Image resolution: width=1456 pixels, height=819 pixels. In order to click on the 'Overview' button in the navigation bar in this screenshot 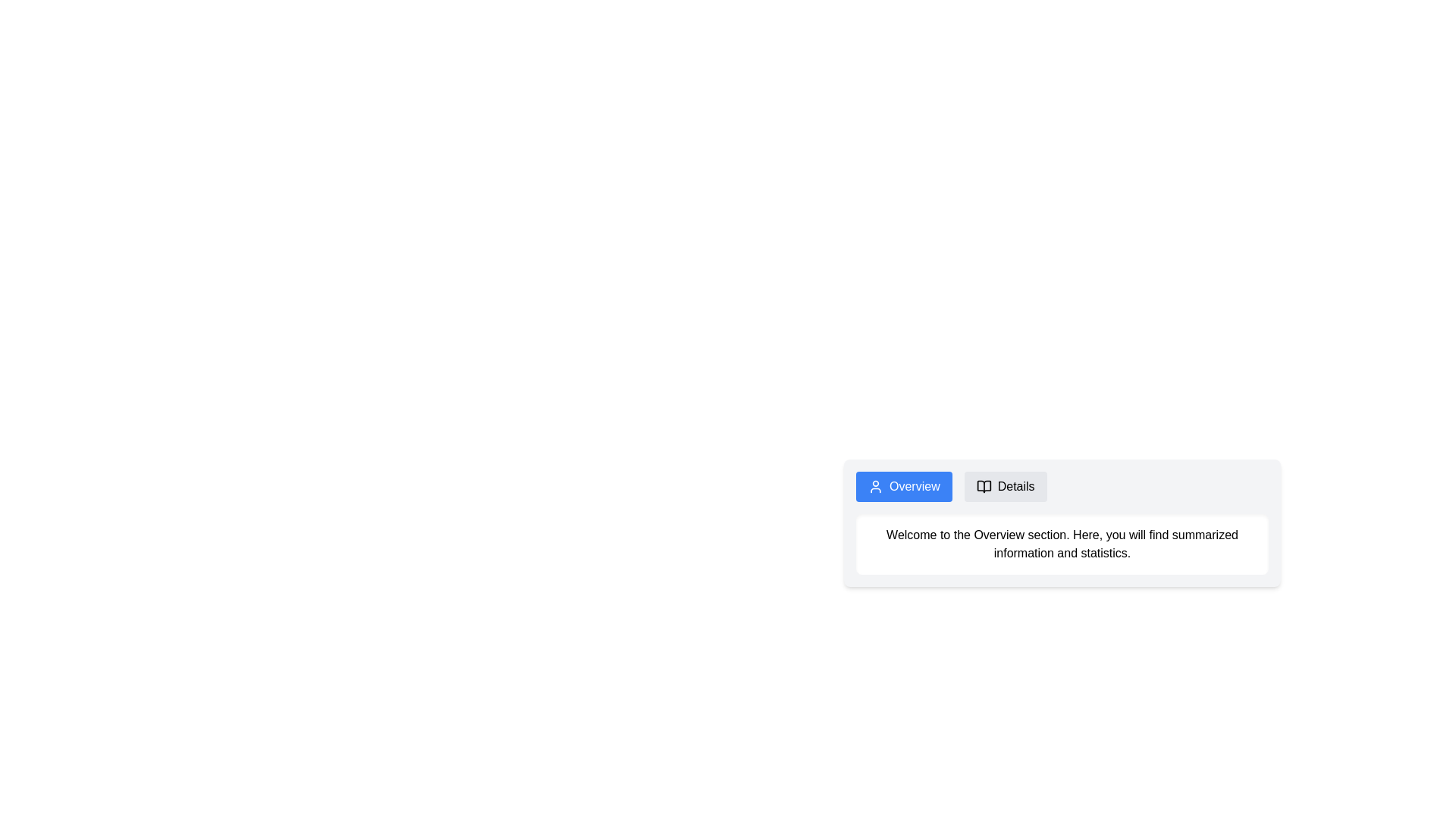, I will do `click(876, 486)`.